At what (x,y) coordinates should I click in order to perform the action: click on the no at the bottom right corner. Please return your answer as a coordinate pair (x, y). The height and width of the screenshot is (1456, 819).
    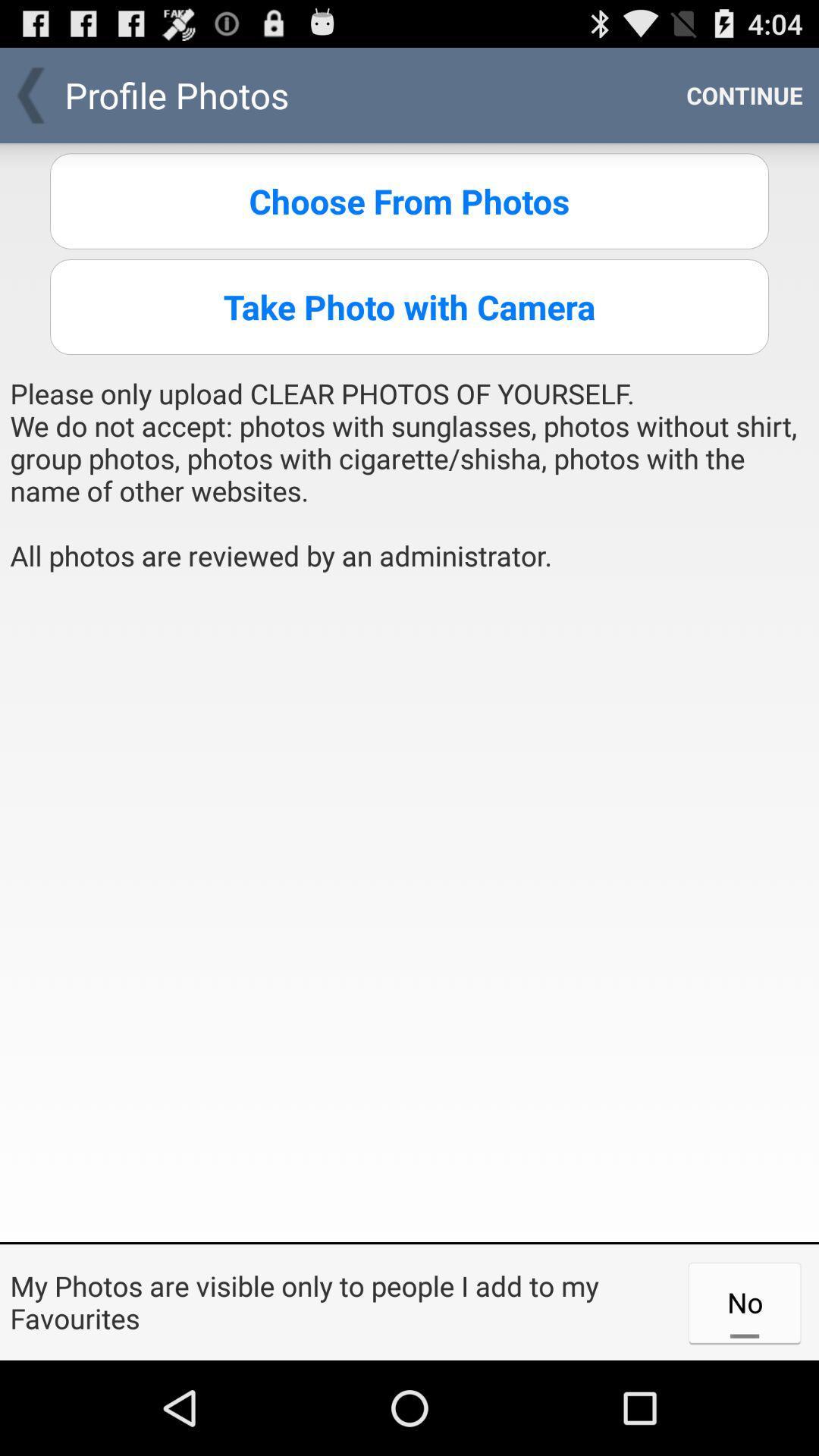
    Looking at the image, I should click on (744, 1301).